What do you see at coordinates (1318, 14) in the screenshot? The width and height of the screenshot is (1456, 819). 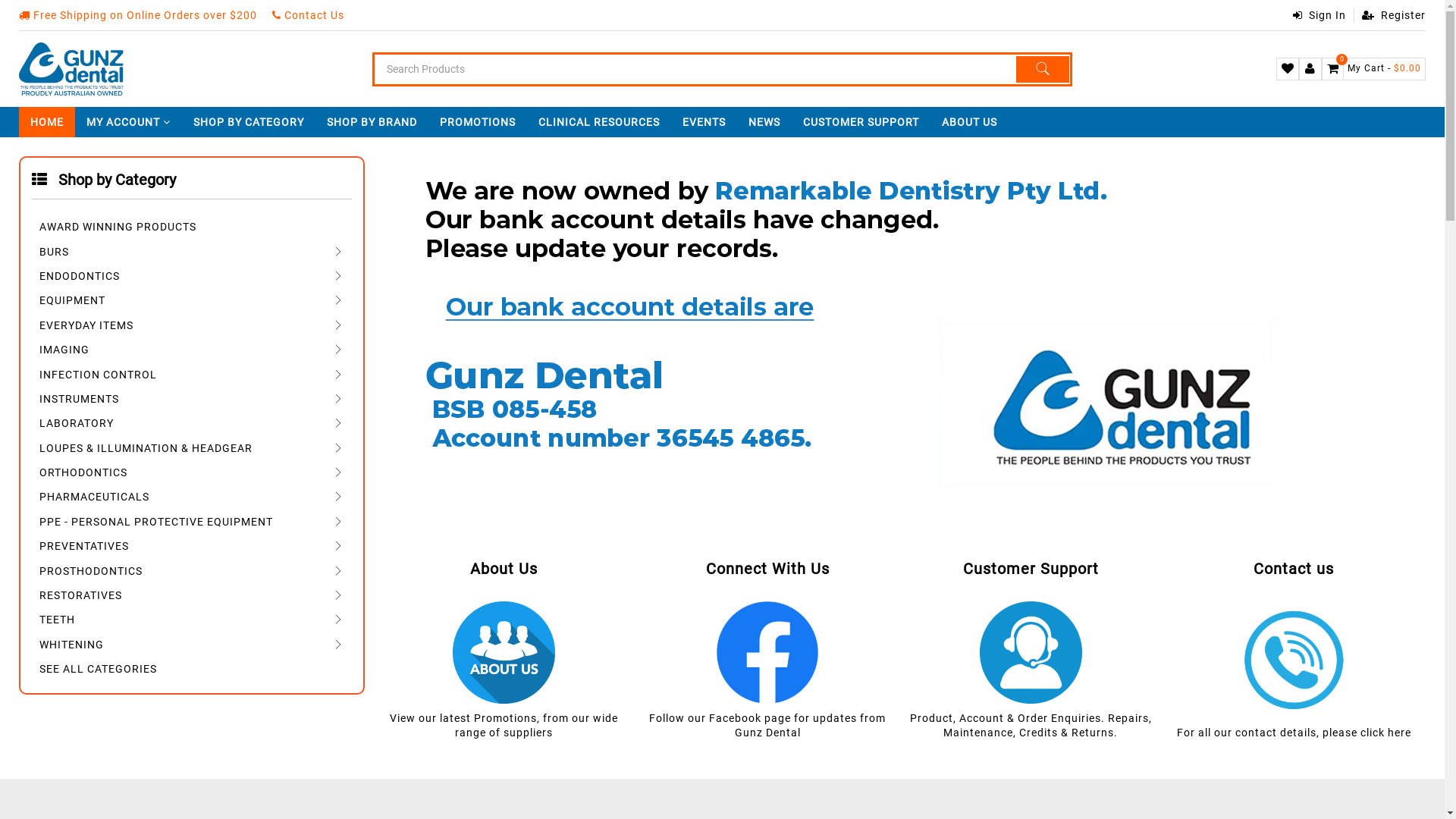 I see `'  Sign In'` at bounding box center [1318, 14].